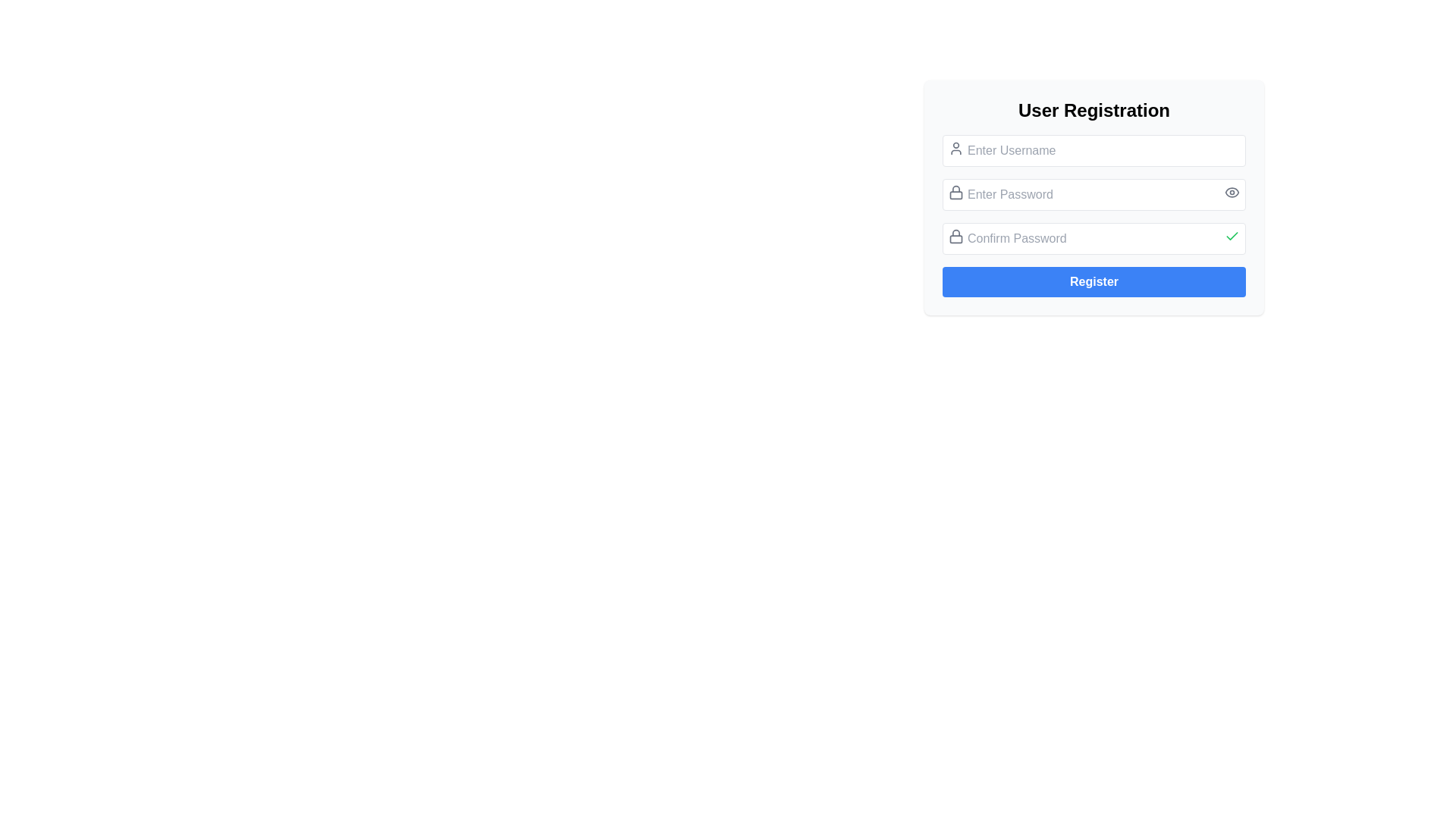  What do you see at coordinates (1094, 110) in the screenshot?
I see `the large, bold heading text 'User Registration' located prominently at the top of the registration card` at bounding box center [1094, 110].